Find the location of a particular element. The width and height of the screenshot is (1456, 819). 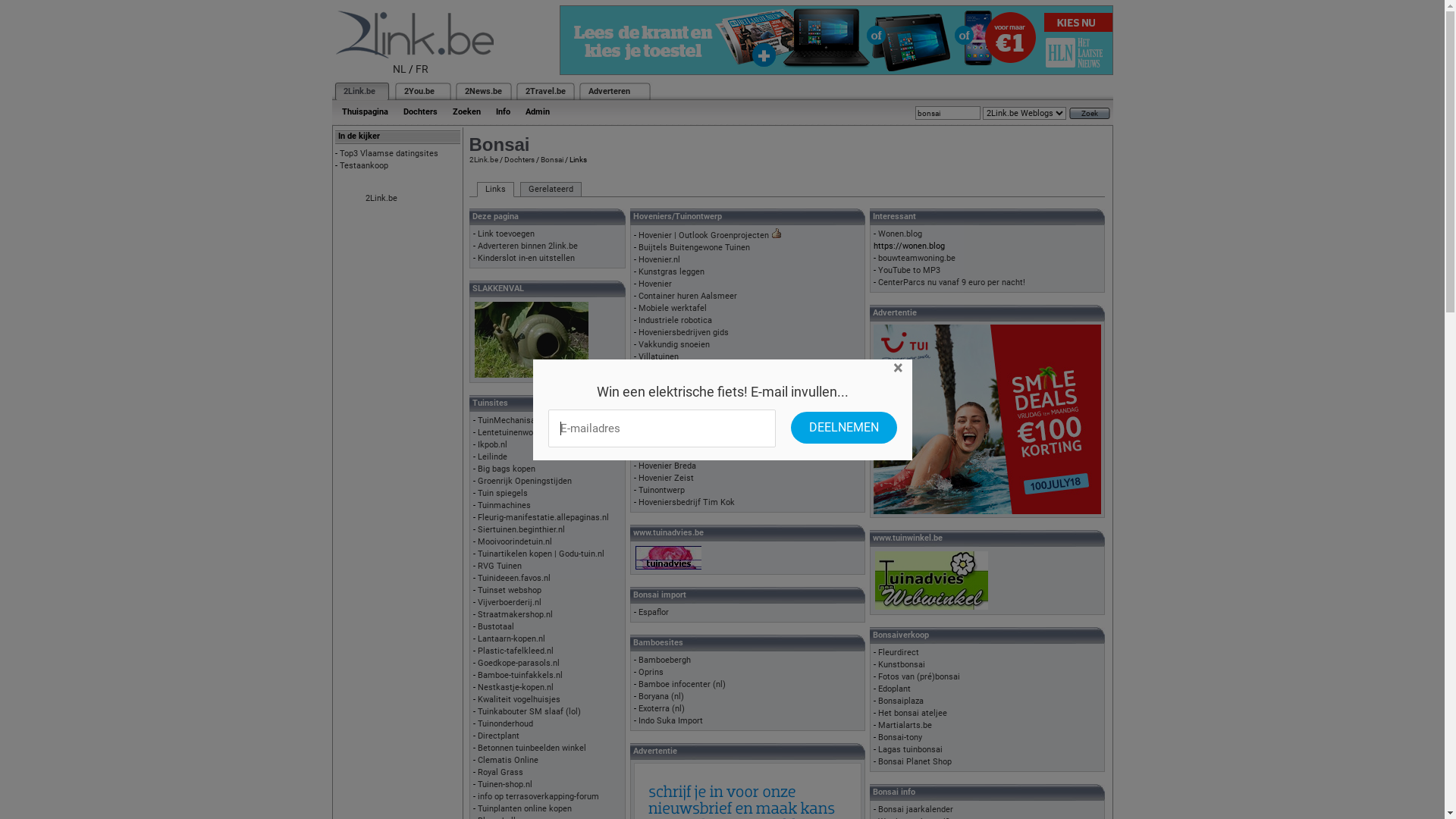

'Lentetuinenwoonbeurs.nl' is located at coordinates (476, 432).